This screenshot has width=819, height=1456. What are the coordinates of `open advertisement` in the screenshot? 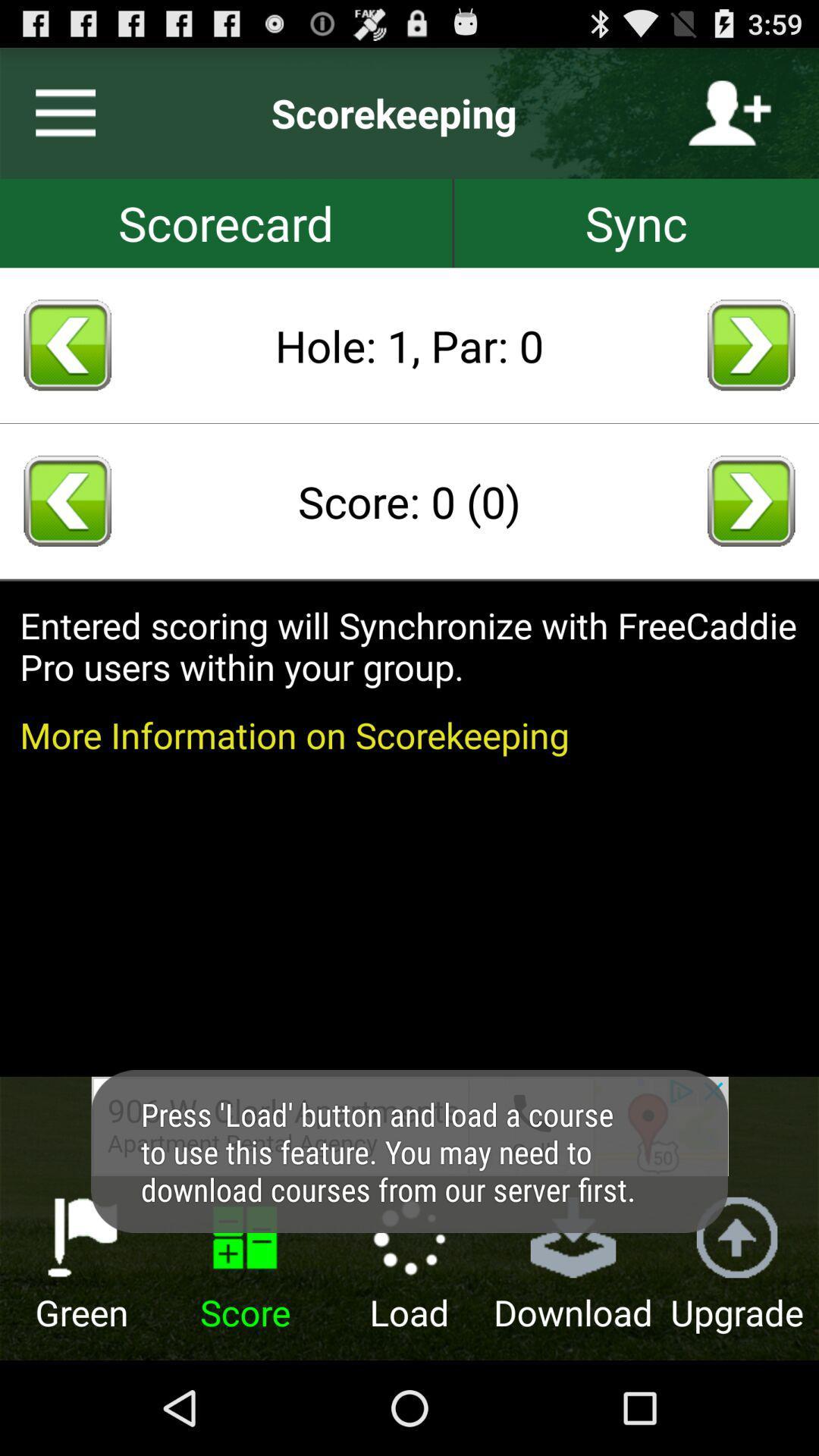 It's located at (409, 1126).